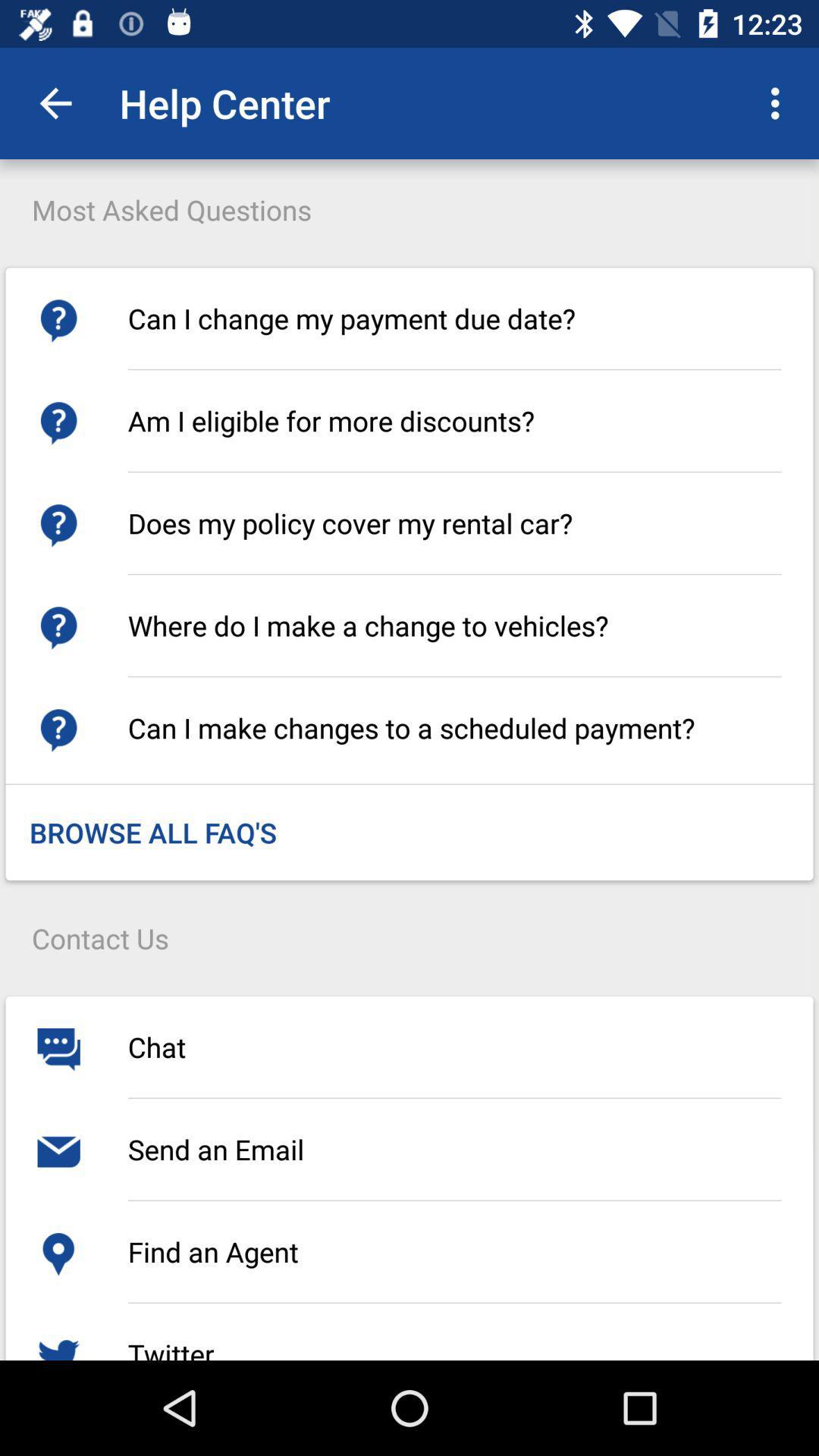  Describe the element at coordinates (55, 102) in the screenshot. I see `icon above the most asked questions icon` at that location.